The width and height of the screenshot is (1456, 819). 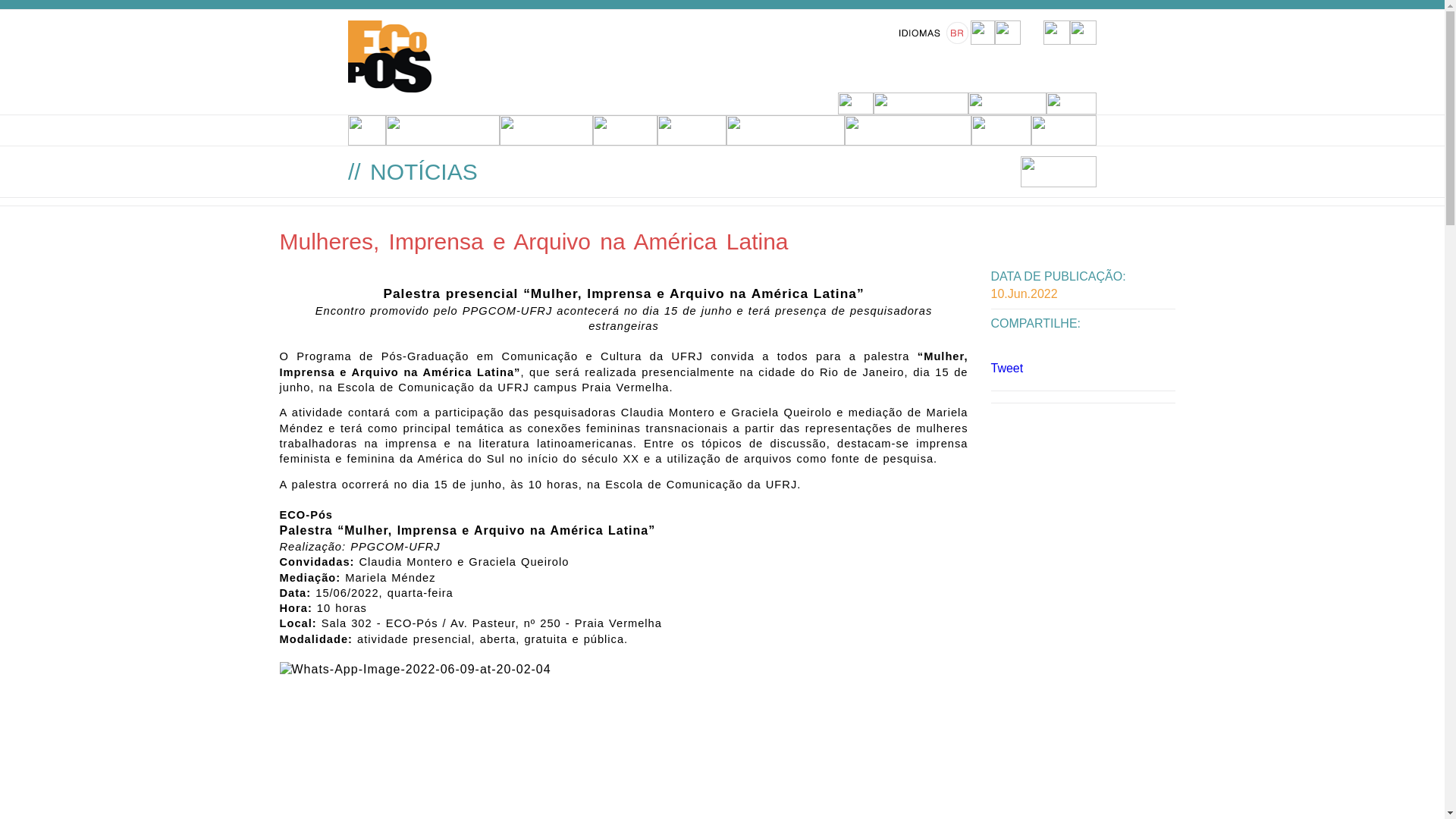 What do you see at coordinates (1006, 368) in the screenshot?
I see `'Tweet'` at bounding box center [1006, 368].